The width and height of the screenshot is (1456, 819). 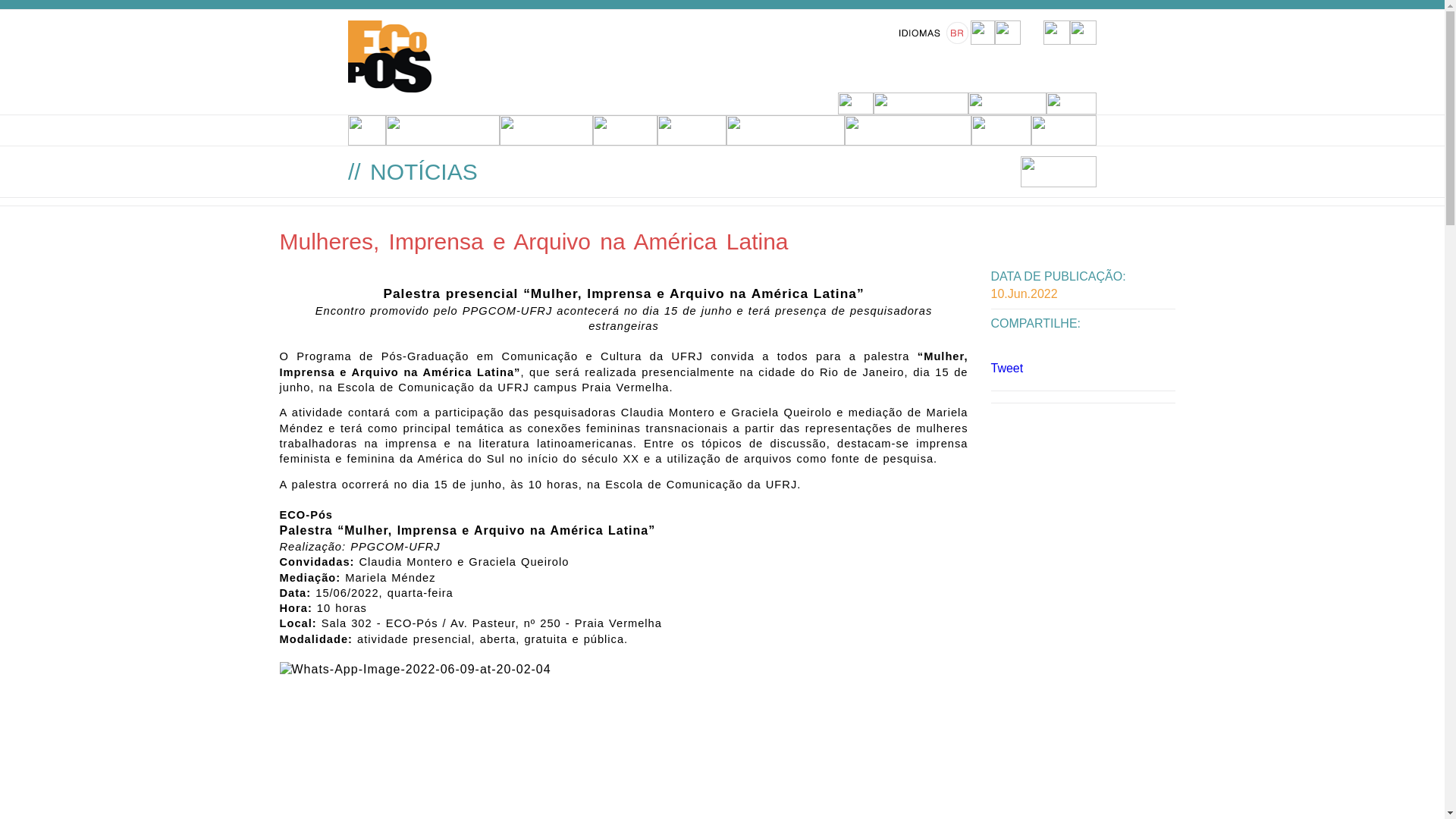 What do you see at coordinates (1006, 368) in the screenshot?
I see `'Tweet'` at bounding box center [1006, 368].